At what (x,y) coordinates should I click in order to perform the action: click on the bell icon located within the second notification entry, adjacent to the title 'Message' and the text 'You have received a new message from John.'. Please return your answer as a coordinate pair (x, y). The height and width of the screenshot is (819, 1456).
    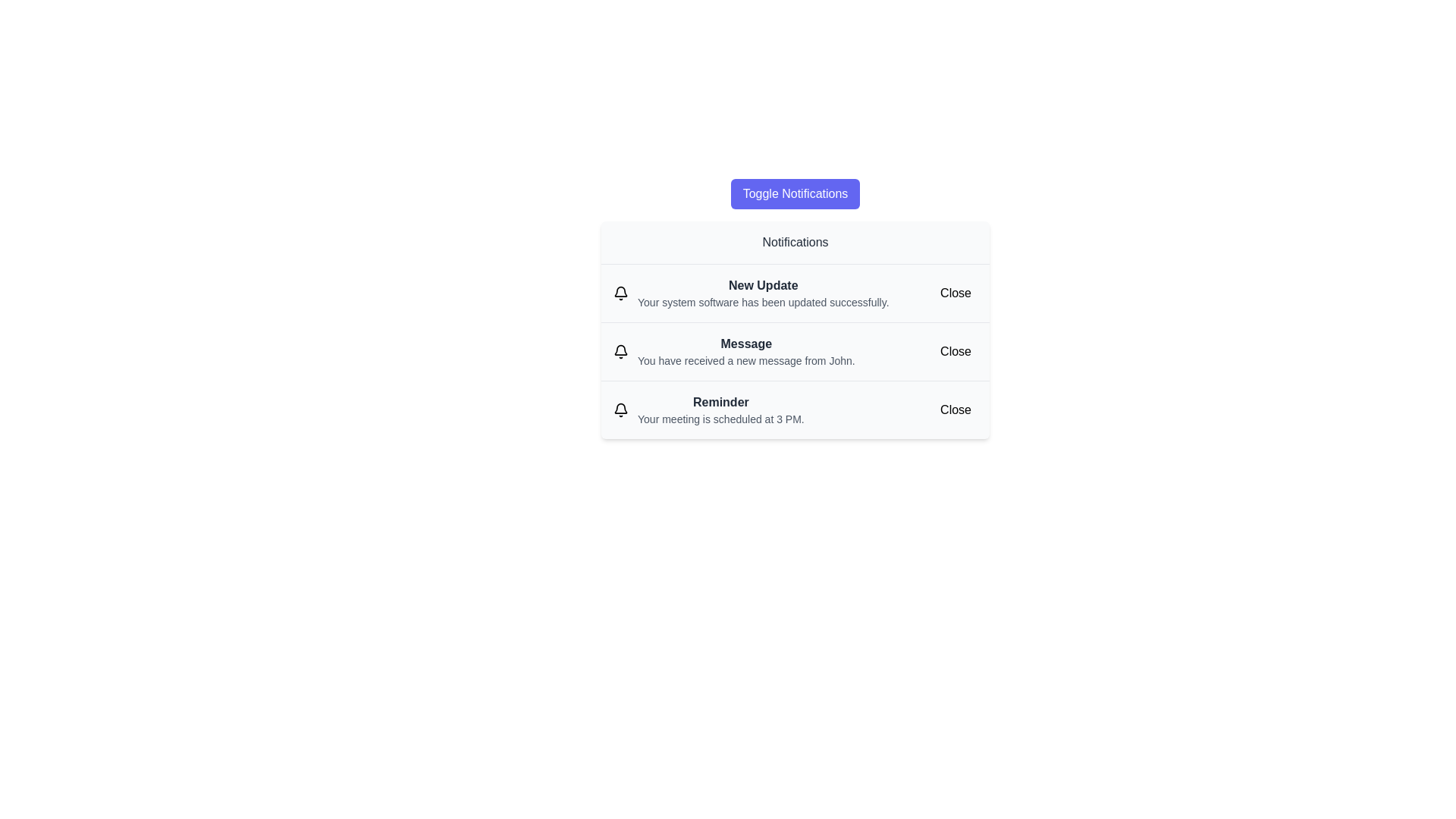
    Looking at the image, I should click on (621, 351).